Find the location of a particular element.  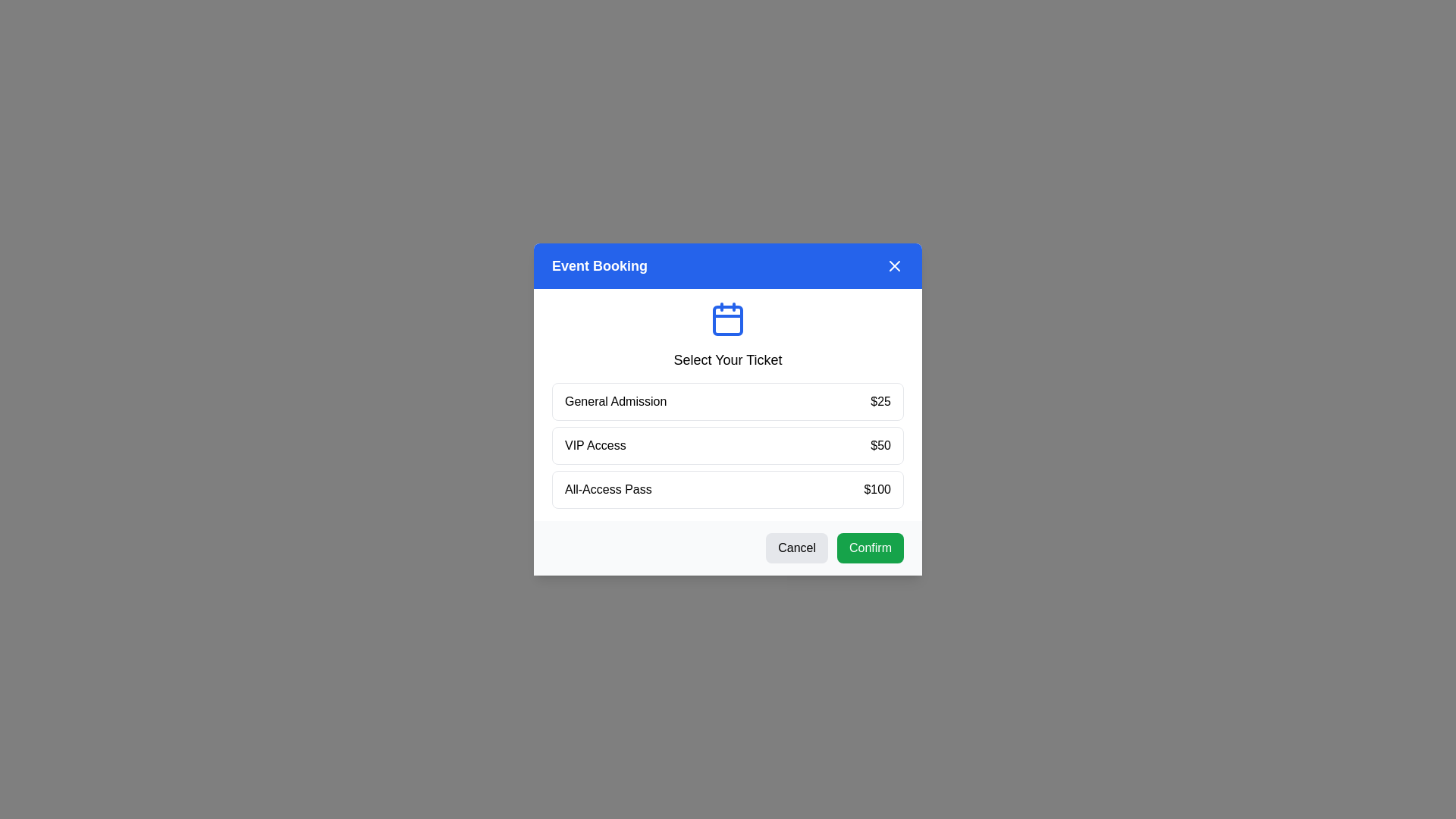

the 'Event Booking' text label located in the bright blue bar at the top of the modal window is located at coordinates (599, 265).